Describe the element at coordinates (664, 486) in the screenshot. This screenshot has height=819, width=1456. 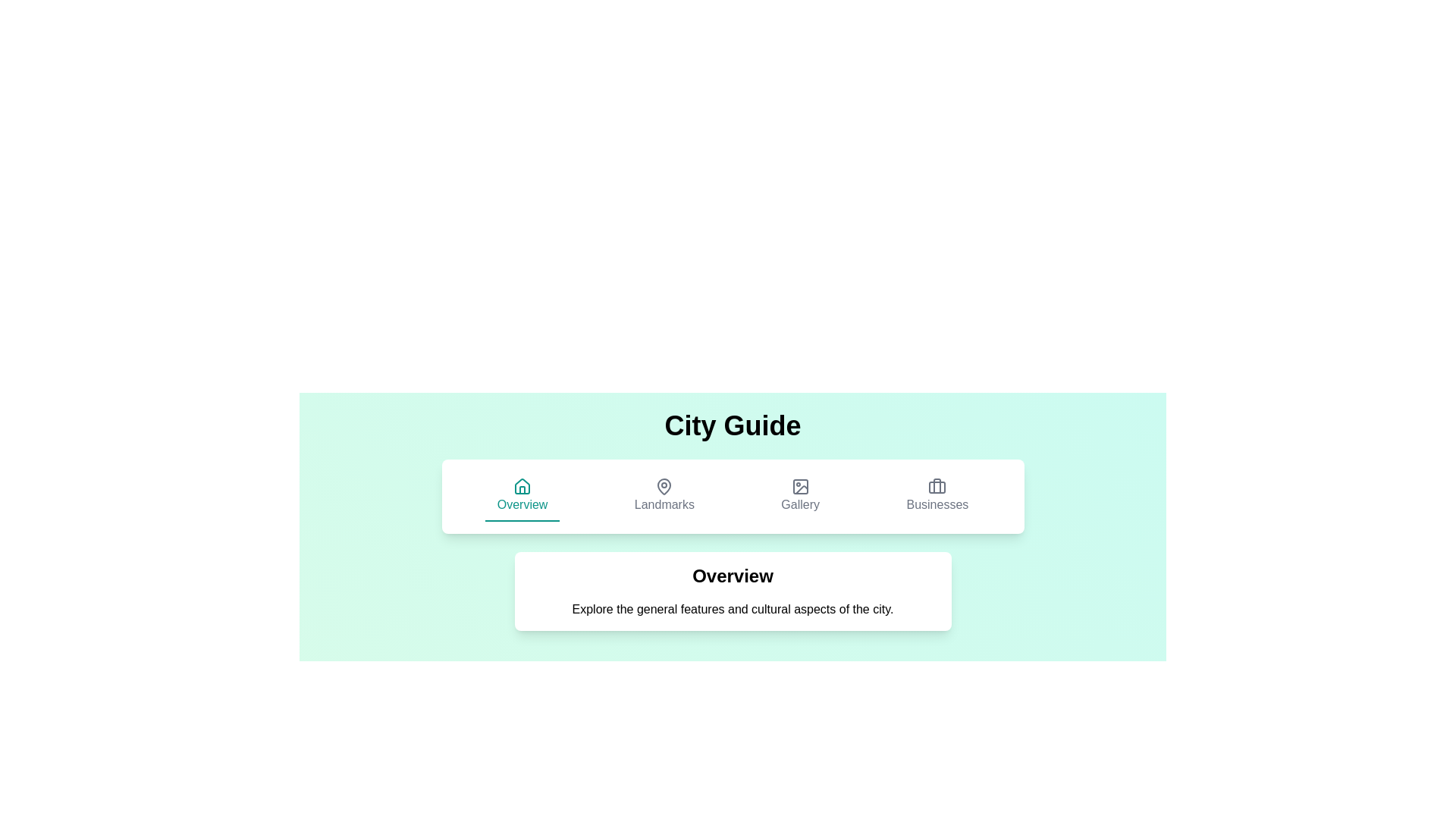
I see `the 'Landmarks' icon in the horizontal navigation bar` at that location.